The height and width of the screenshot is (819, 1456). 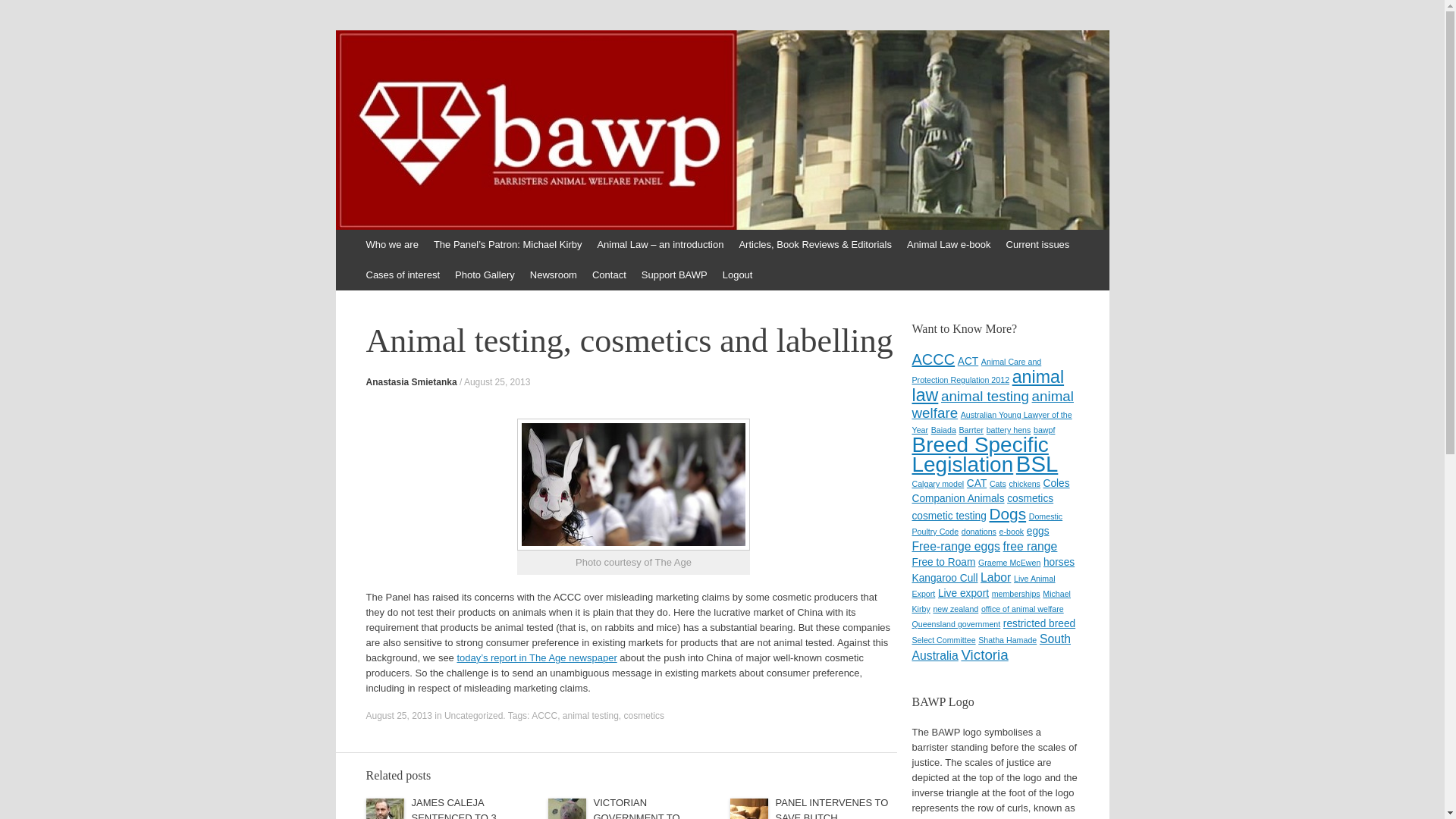 What do you see at coordinates (497, 381) in the screenshot?
I see `'August 25, 2013'` at bounding box center [497, 381].